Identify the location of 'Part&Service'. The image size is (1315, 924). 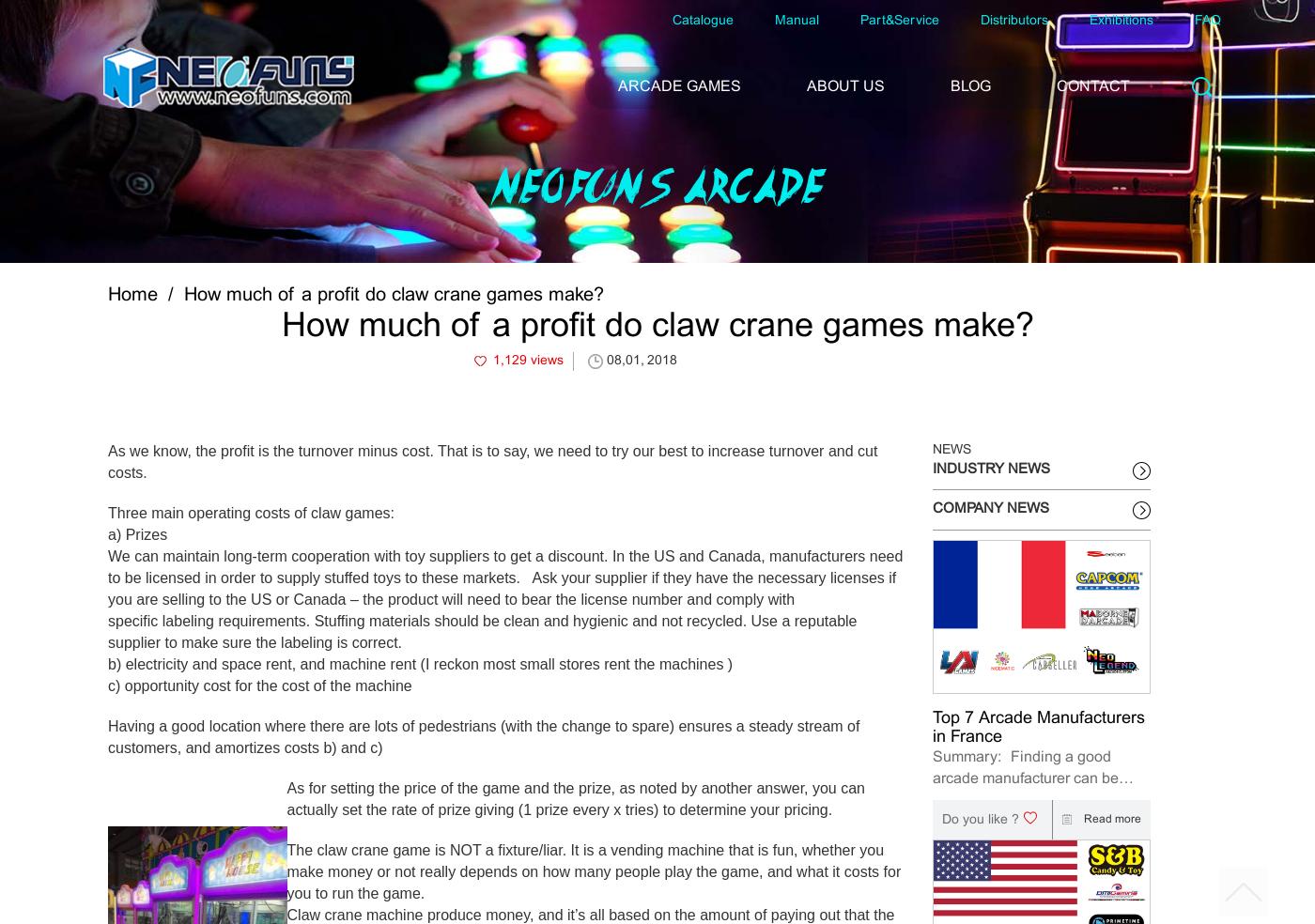
(900, 20).